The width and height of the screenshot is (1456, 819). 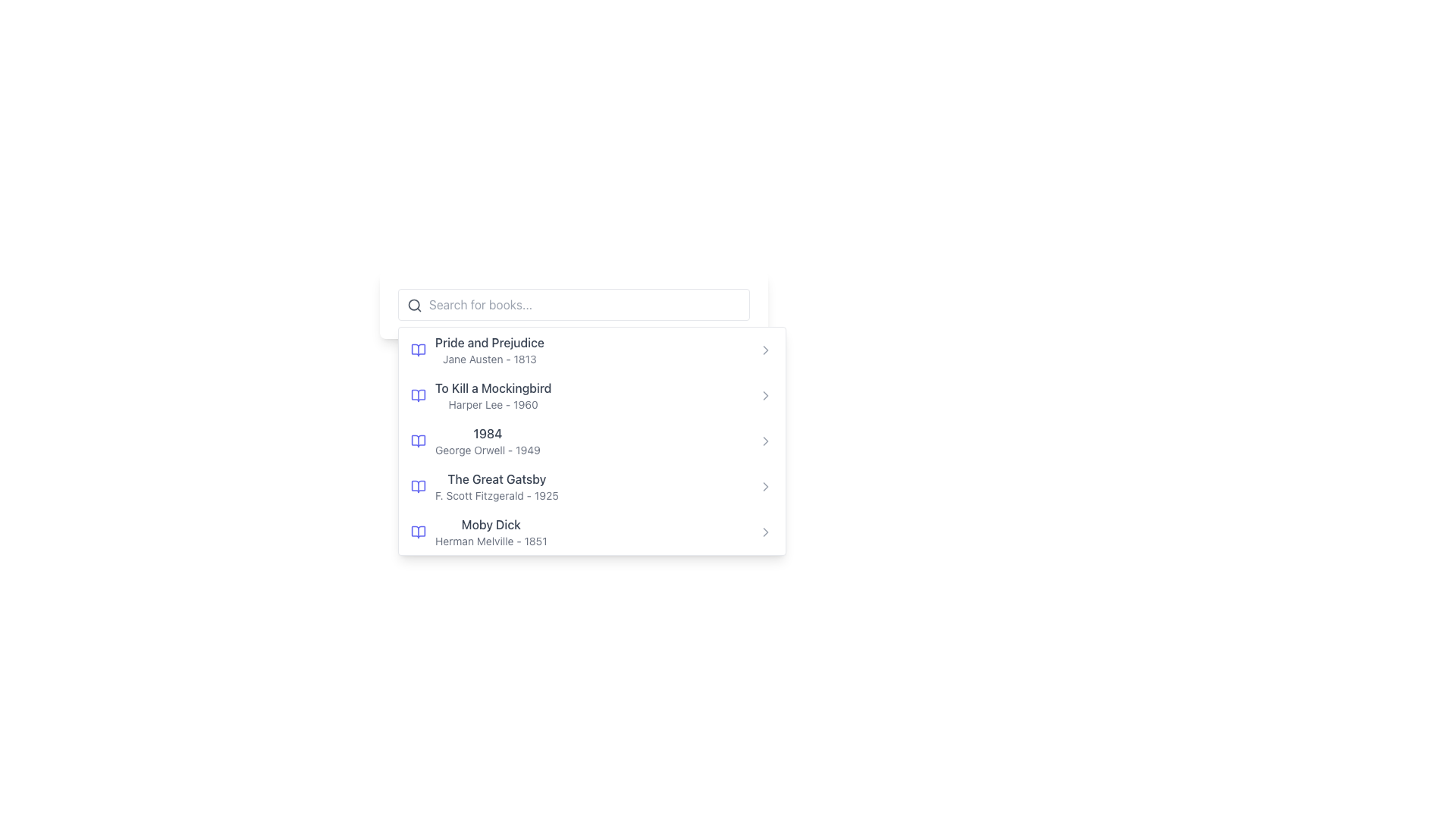 I want to click on the search icon located at the top-left corner of the search input field group to initiate a search action, so click(x=415, y=305).